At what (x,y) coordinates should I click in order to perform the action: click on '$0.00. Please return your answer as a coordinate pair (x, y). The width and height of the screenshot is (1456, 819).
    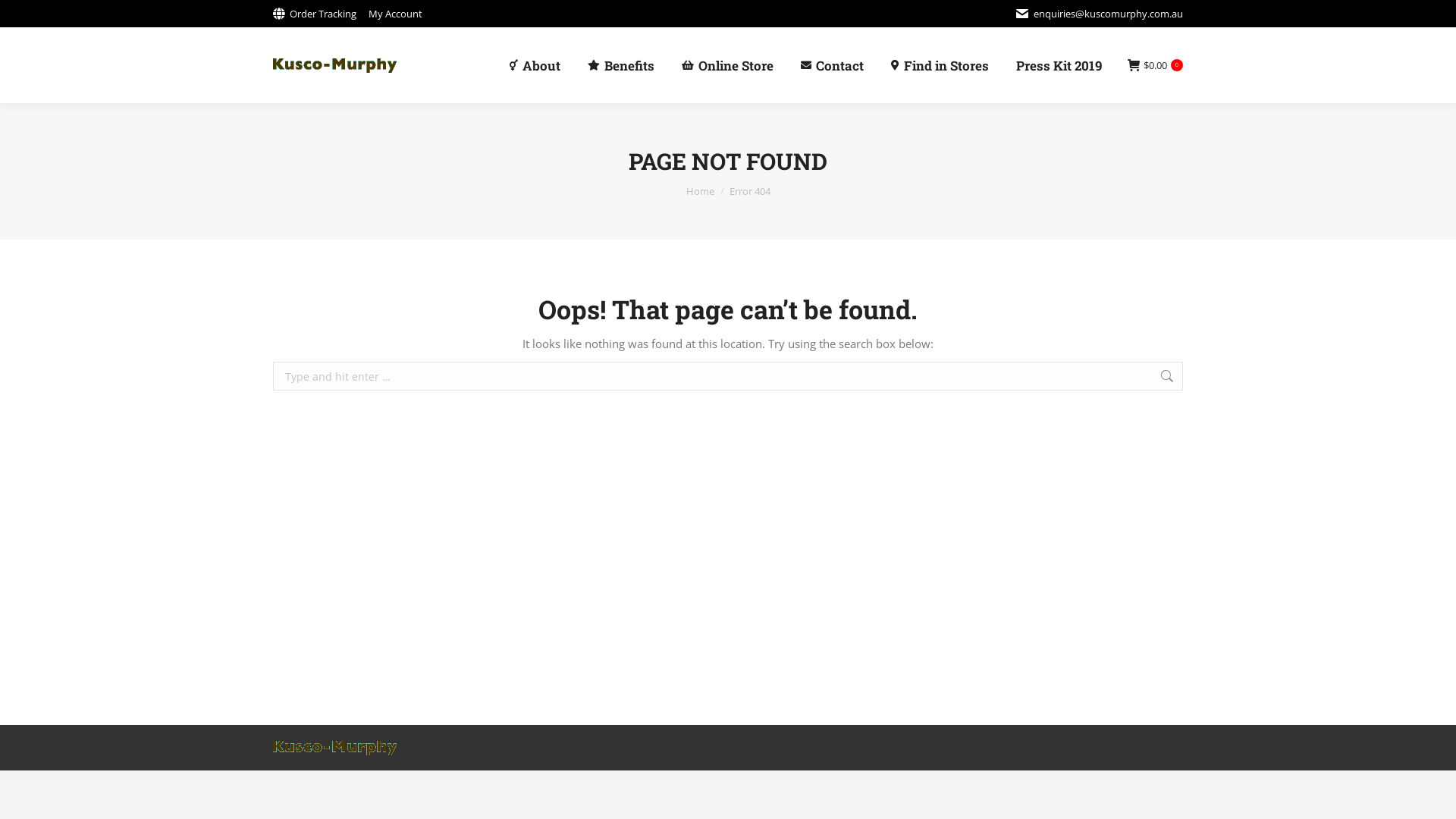
    Looking at the image, I should click on (1154, 64).